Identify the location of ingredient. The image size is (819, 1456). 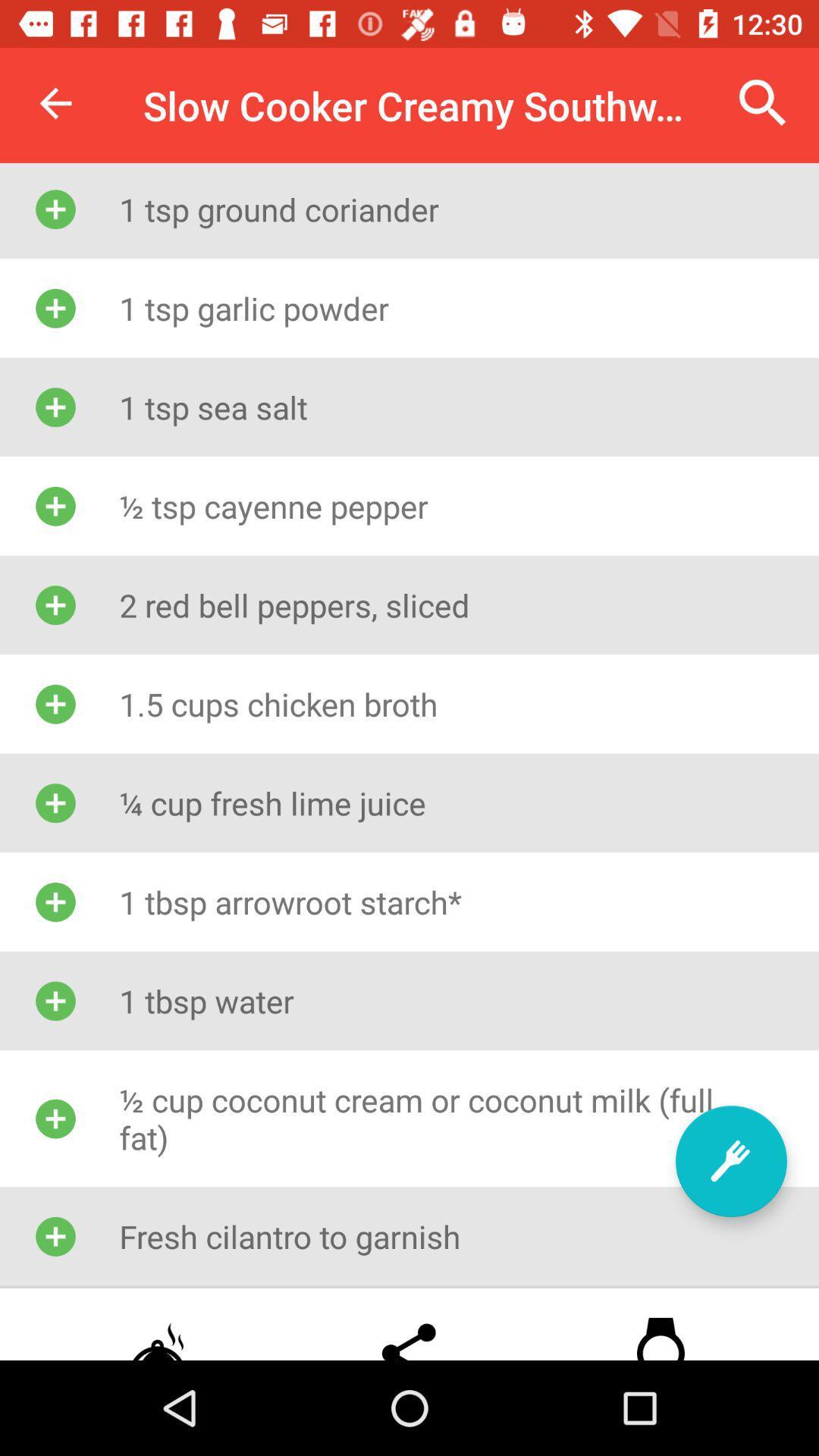
(730, 1160).